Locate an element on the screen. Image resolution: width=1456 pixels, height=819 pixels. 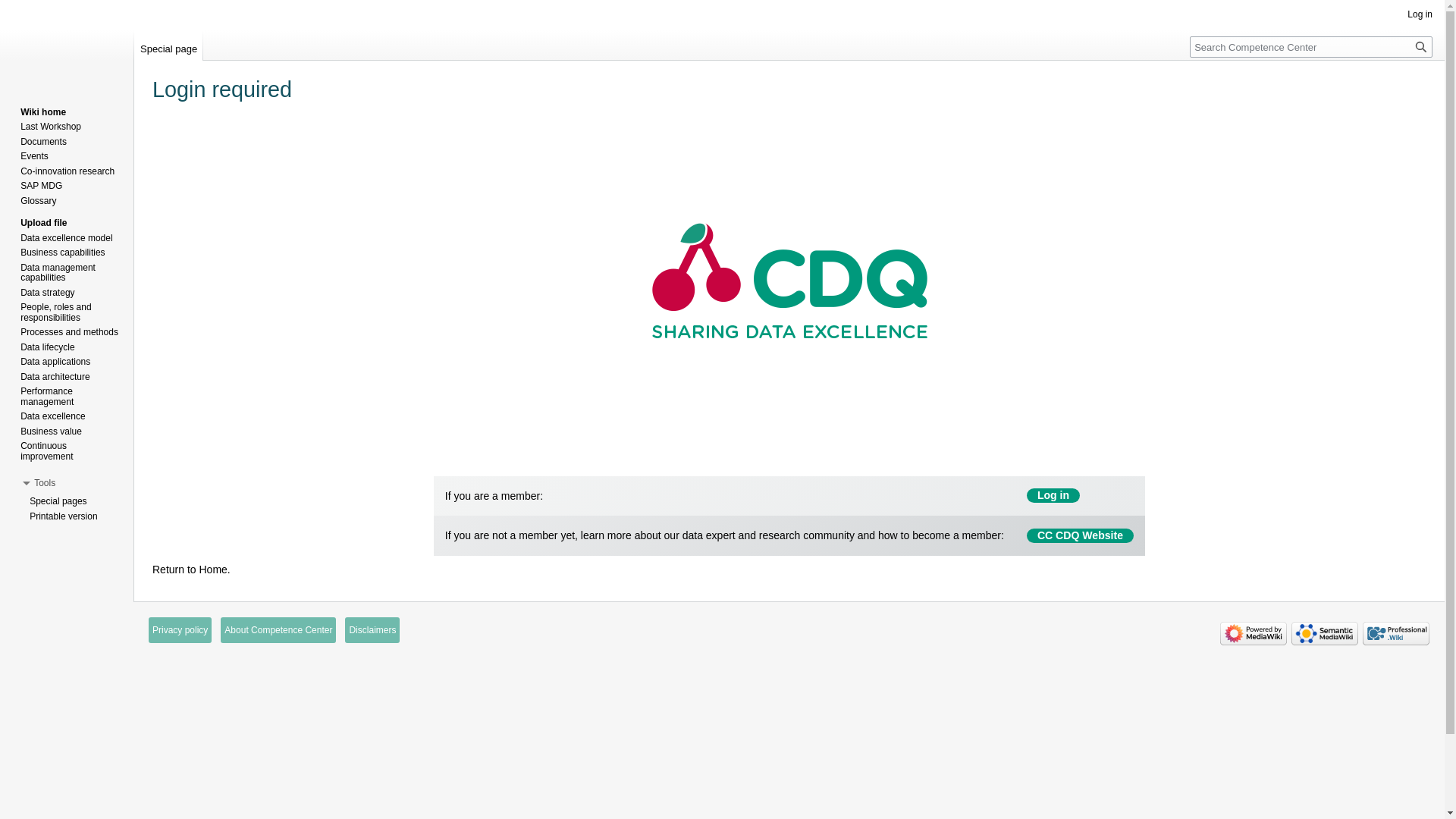
'Documents' is located at coordinates (43, 141).